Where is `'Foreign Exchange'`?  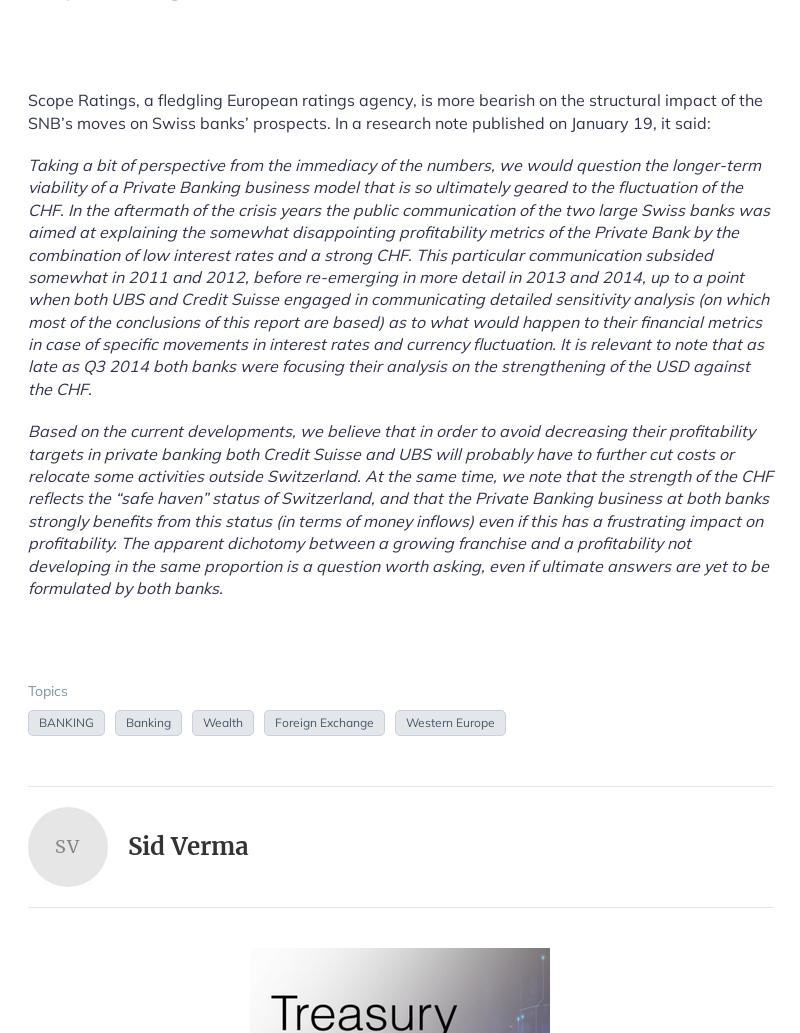 'Foreign Exchange' is located at coordinates (323, 721).